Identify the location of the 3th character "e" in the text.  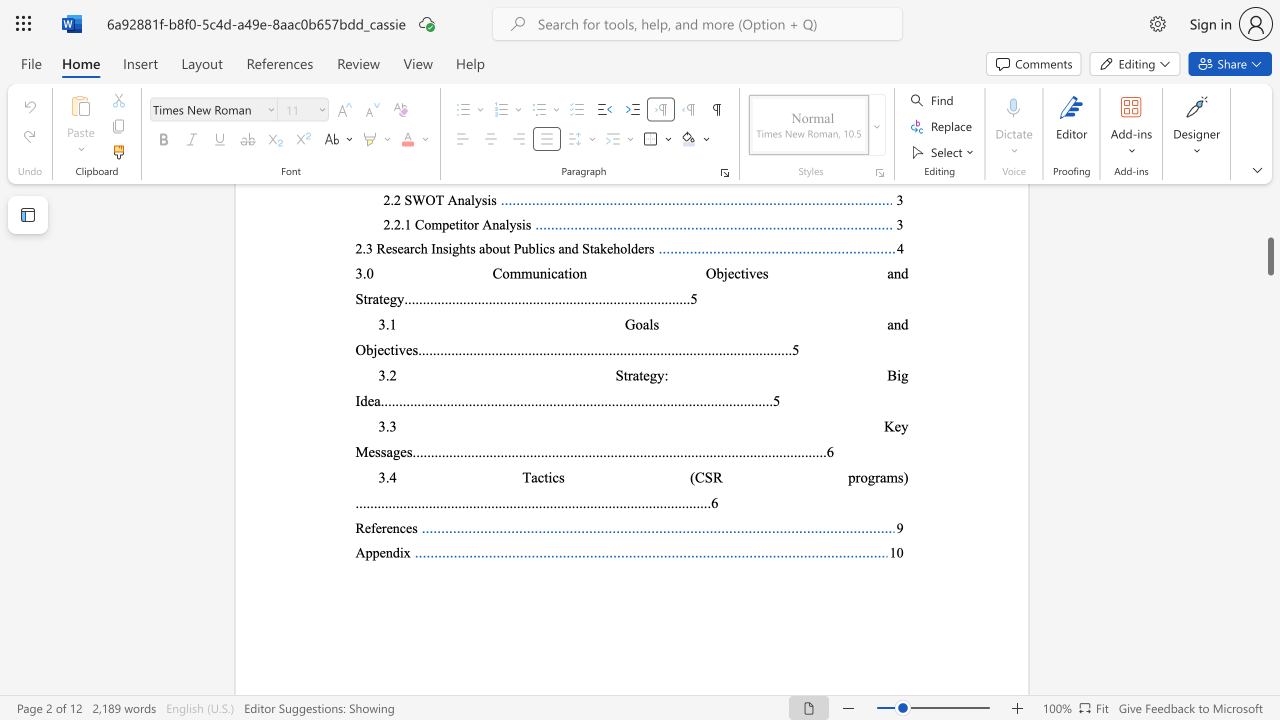
(389, 527).